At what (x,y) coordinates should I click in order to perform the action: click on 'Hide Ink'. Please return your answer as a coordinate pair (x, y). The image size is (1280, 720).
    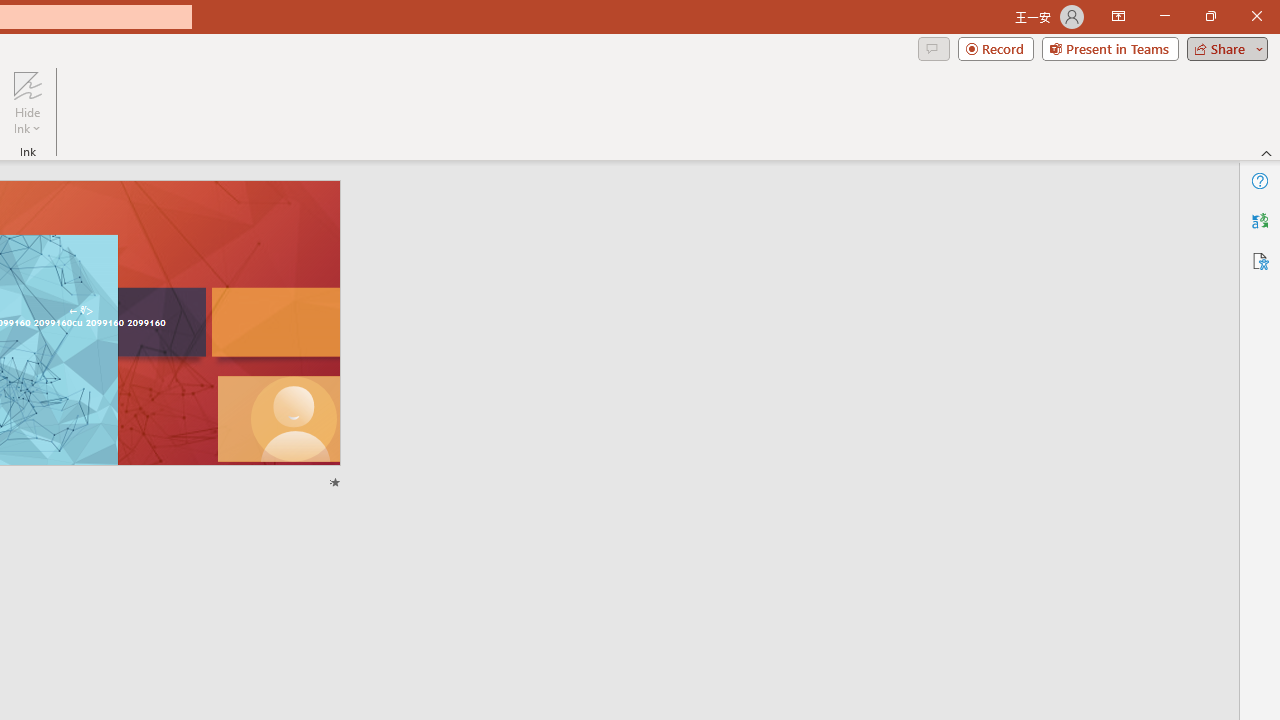
    Looking at the image, I should click on (27, 84).